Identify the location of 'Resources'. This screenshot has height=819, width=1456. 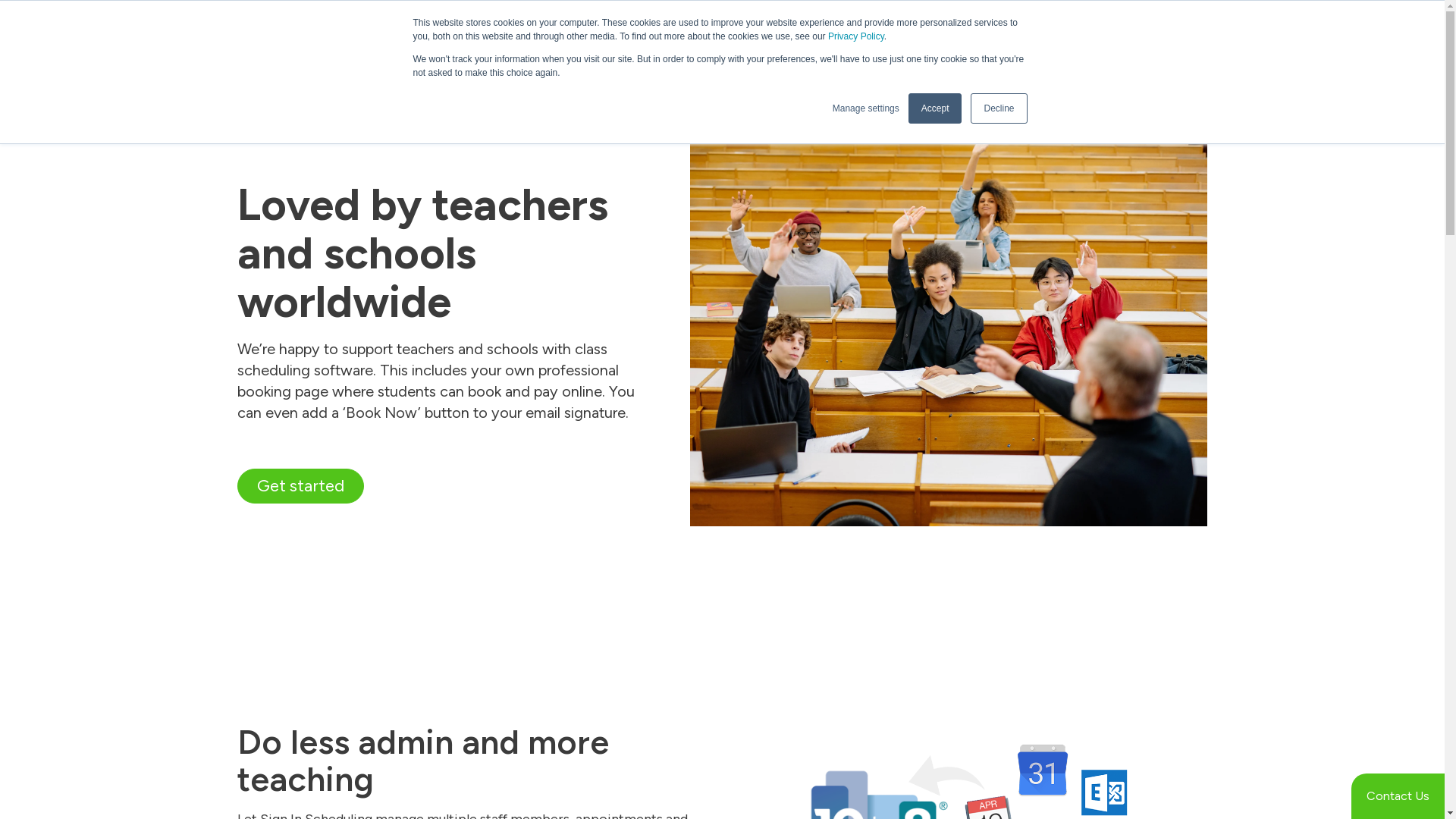
(899, 76).